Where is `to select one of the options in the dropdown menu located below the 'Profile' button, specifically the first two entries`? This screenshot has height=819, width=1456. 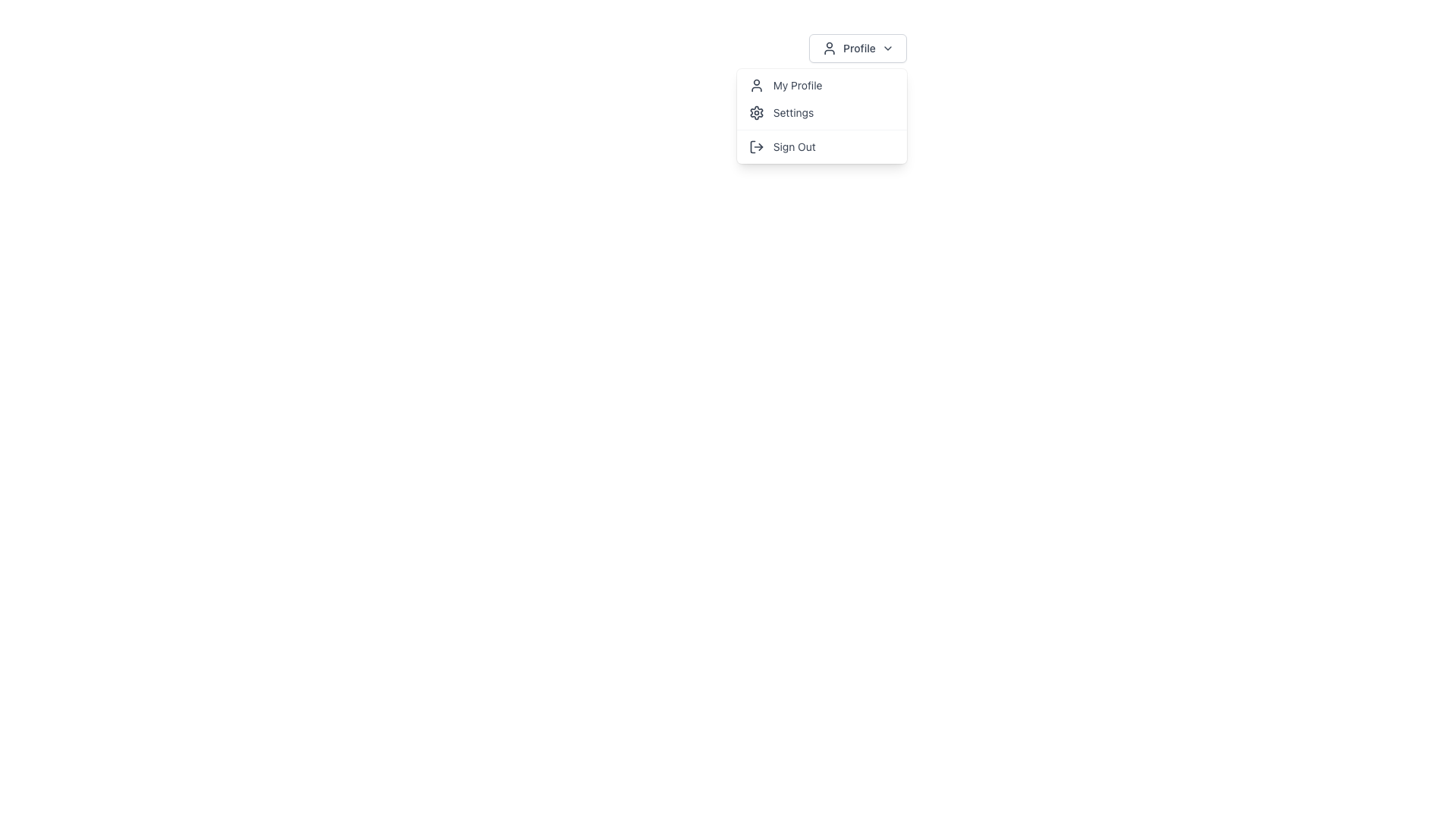
to select one of the options in the dropdown menu located below the 'Profile' button, specifically the first two entries is located at coordinates (821, 99).